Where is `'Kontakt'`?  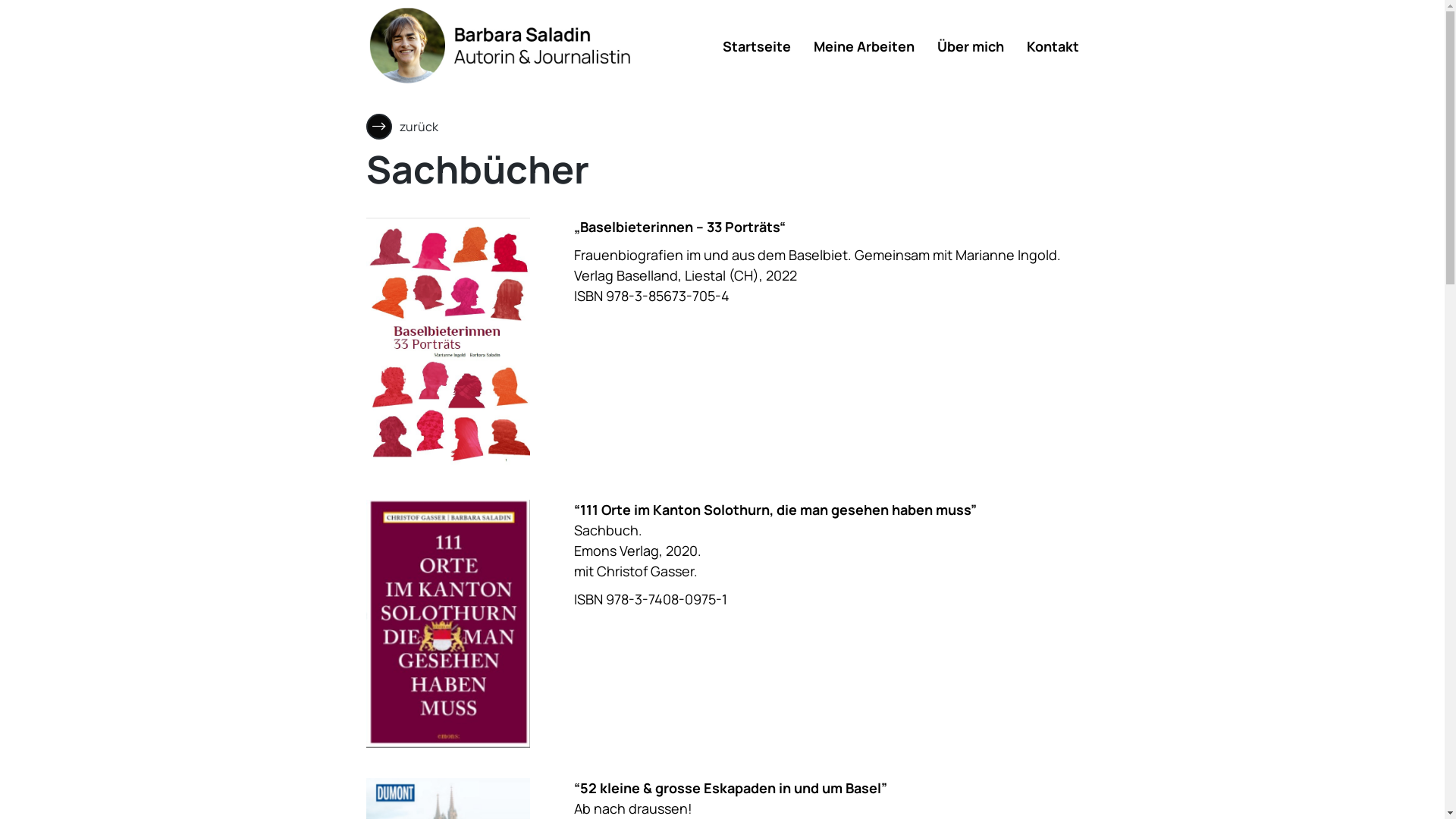
'Kontakt' is located at coordinates (1052, 45).